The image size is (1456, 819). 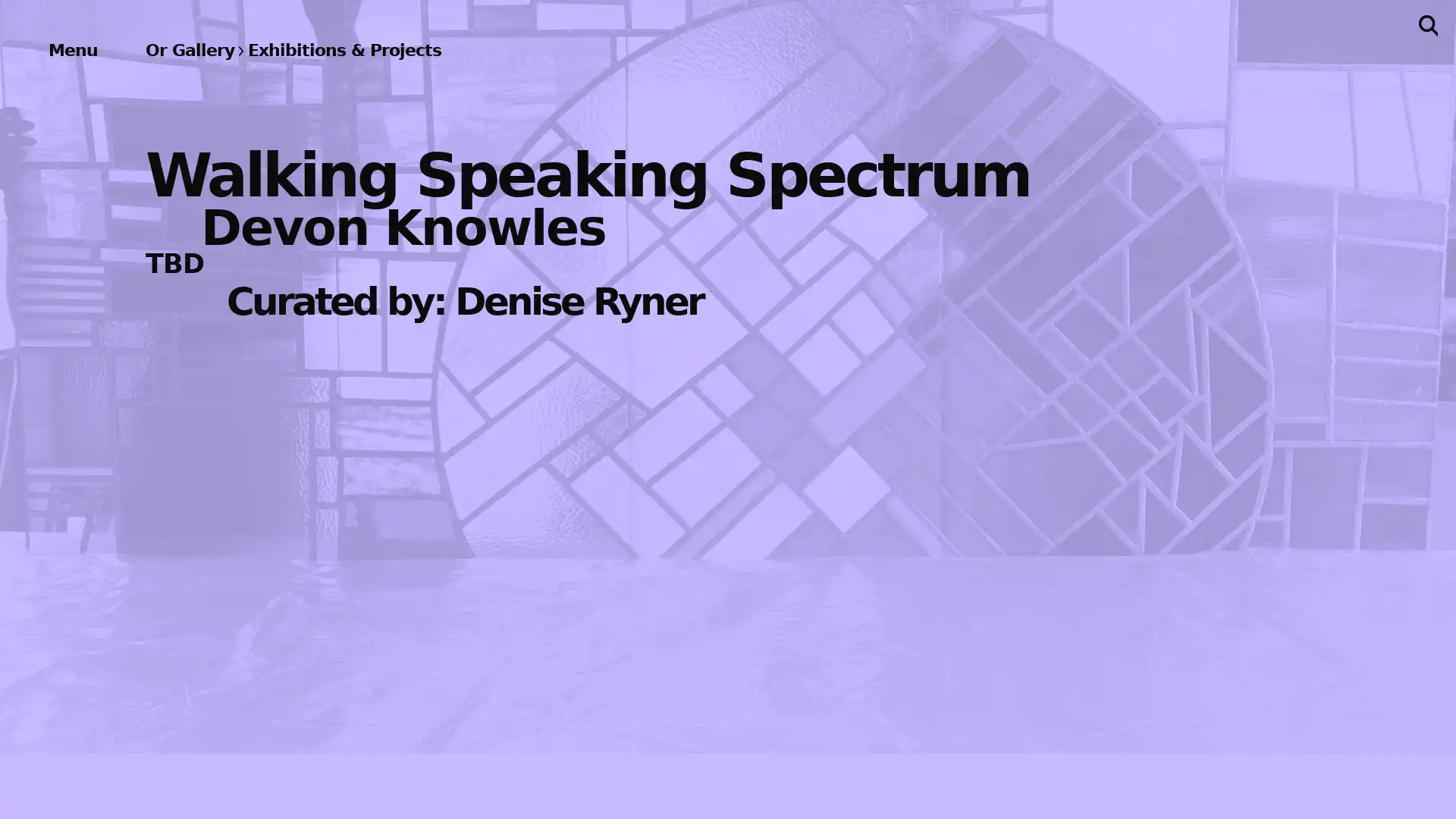 I want to click on Publications & Editions, so click(x=329, y=334).